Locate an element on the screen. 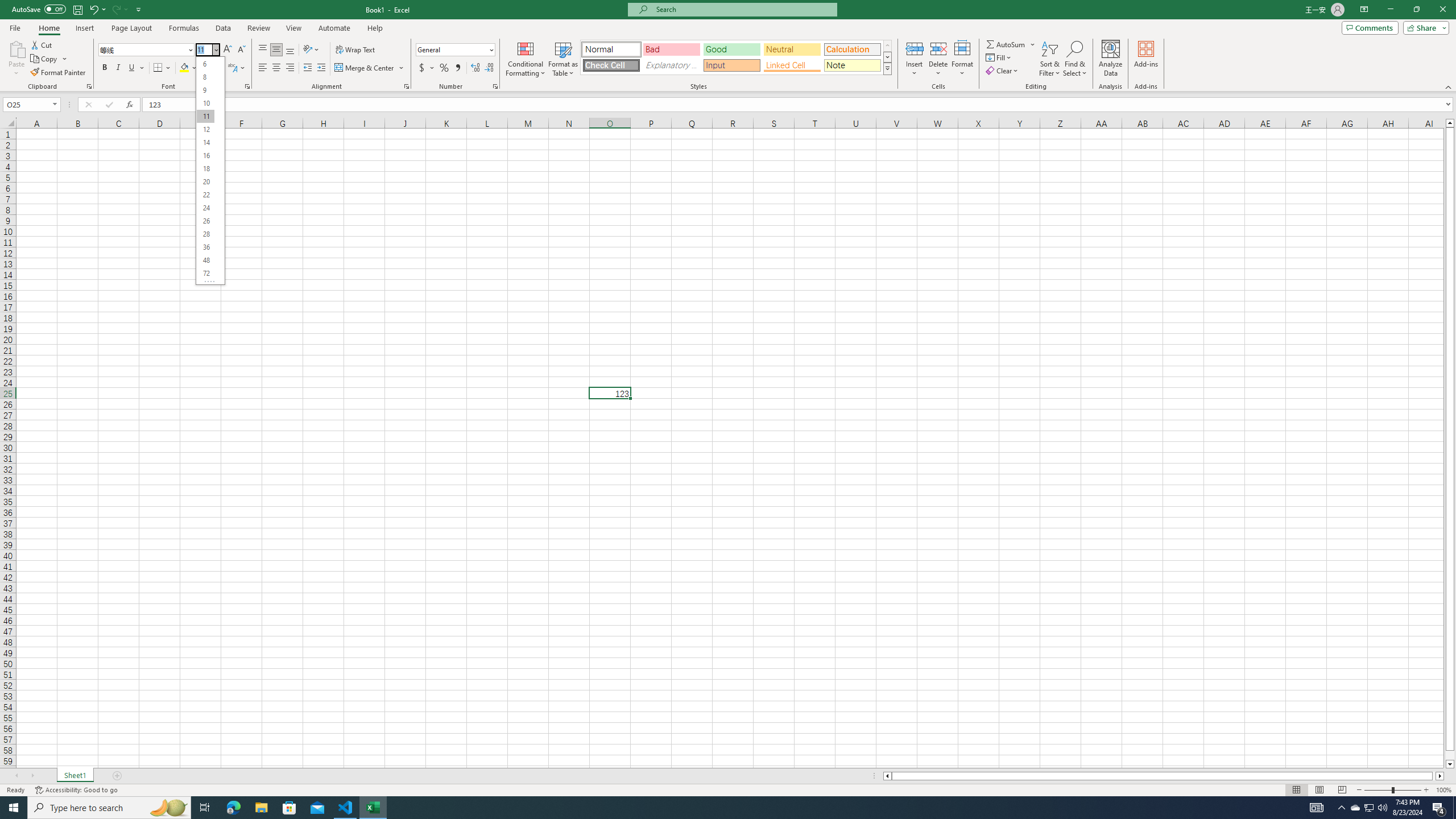  'Conditional Formatting' is located at coordinates (526, 59).